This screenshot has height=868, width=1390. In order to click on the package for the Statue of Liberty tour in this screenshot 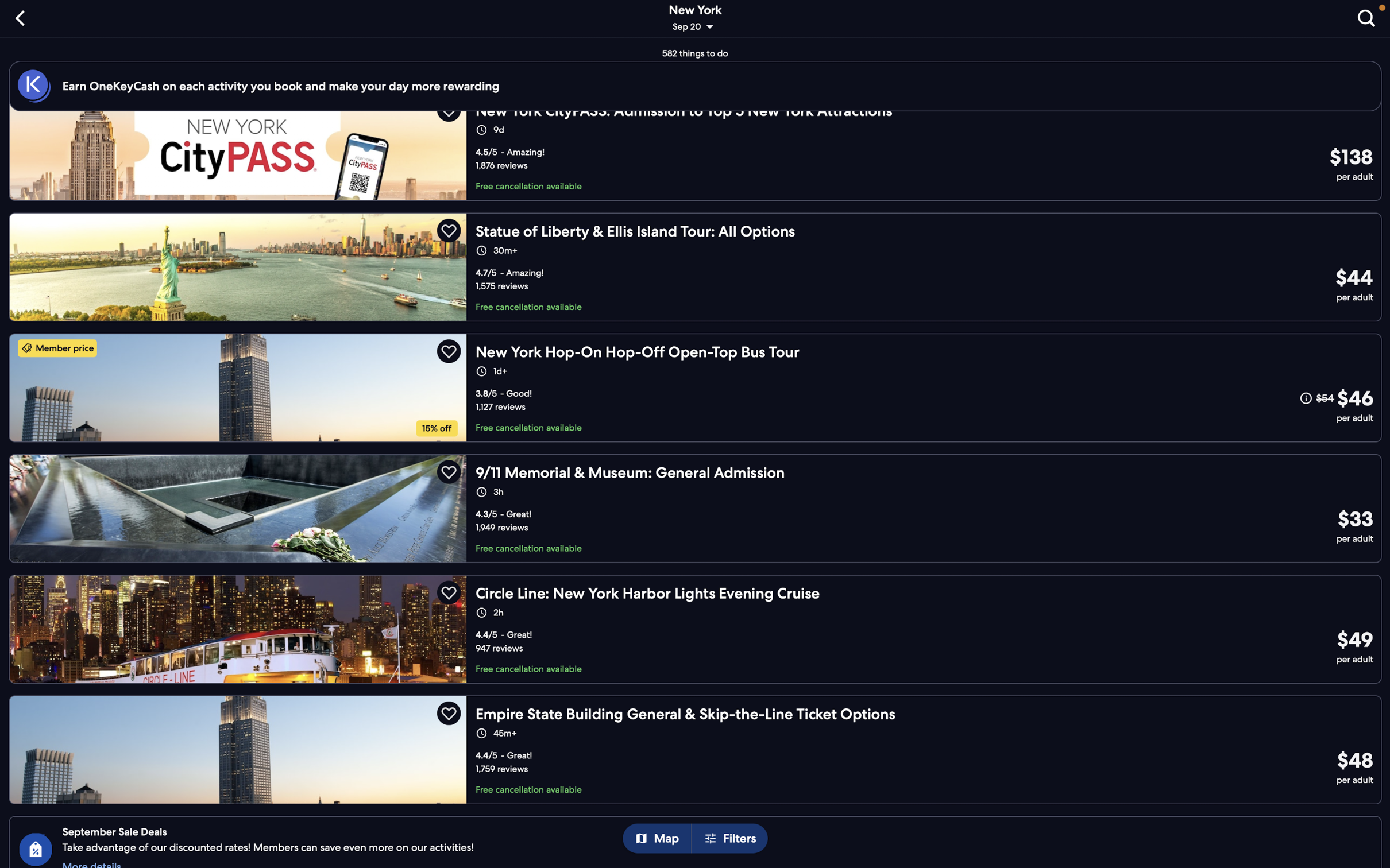, I will do `click(696, 265)`.